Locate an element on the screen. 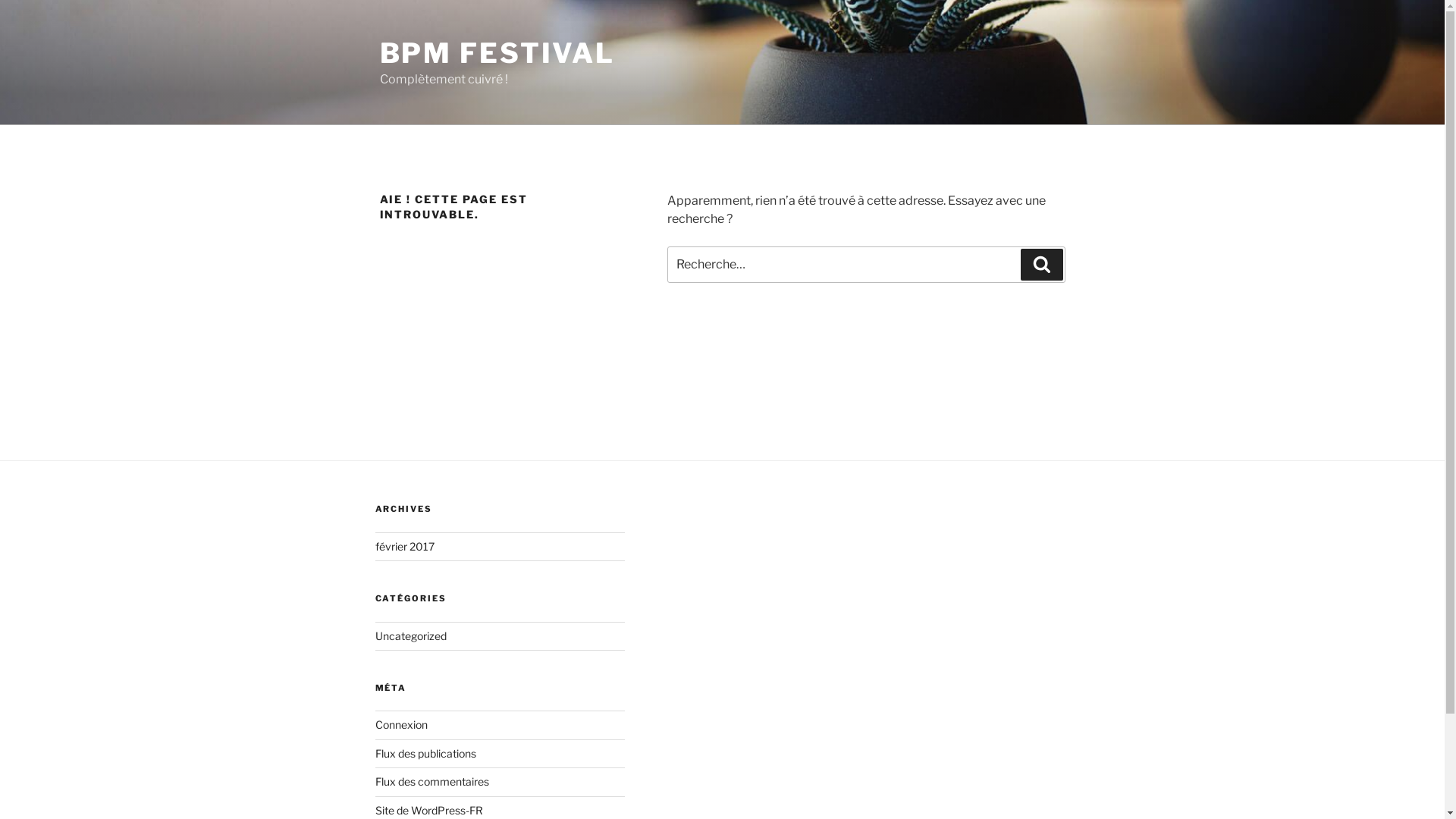 This screenshot has height=819, width=1456. 'Uncategorized' is located at coordinates (375, 635).